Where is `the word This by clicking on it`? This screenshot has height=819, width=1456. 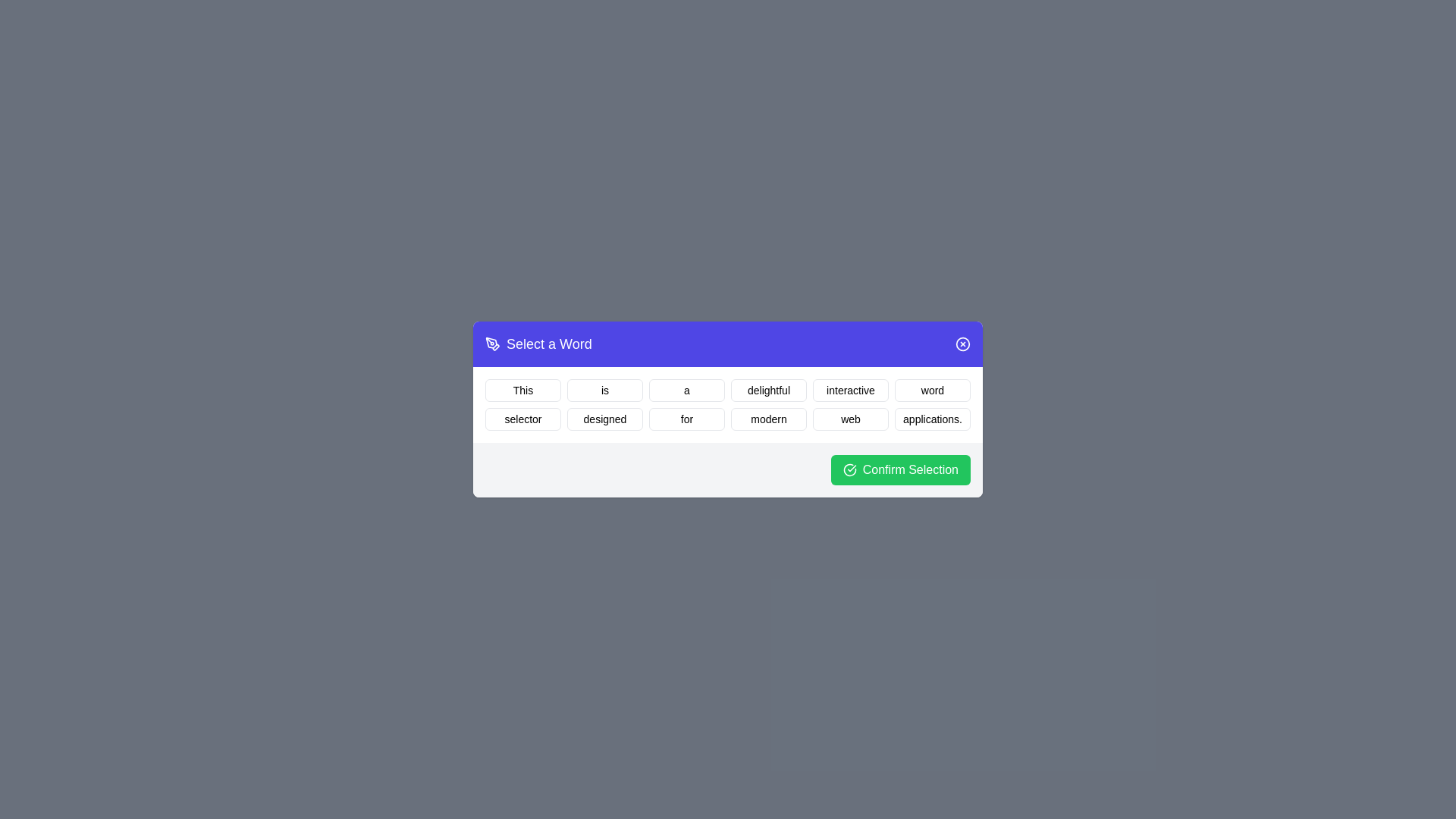
the word This by clicking on it is located at coordinates (523, 390).